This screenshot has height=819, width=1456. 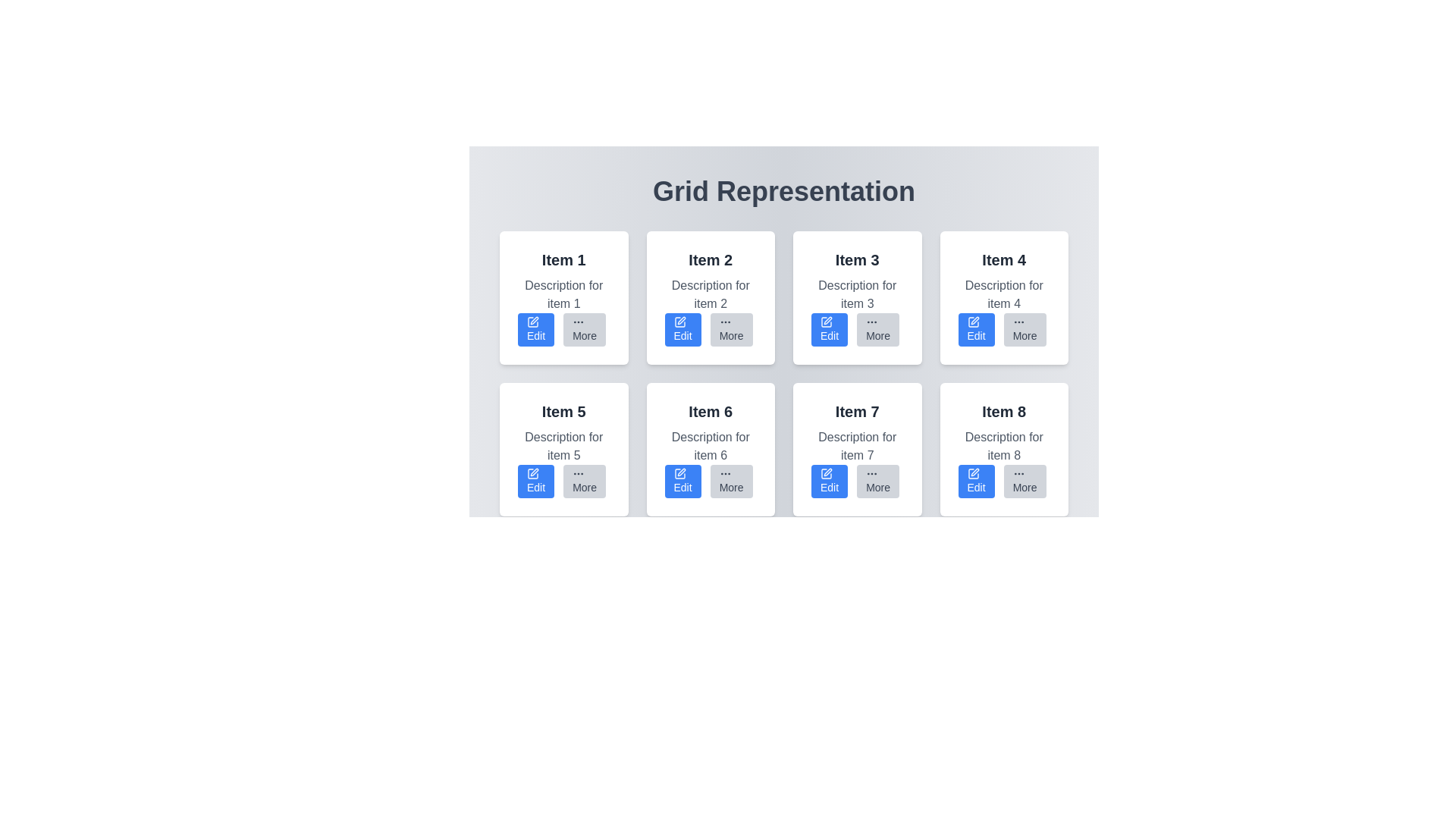 What do you see at coordinates (578, 321) in the screenshot?
I see `the decorative icon within the 'More' button of the second item in the grid structure, indicating additional actions or options are available` at bounding box center [578, 321].